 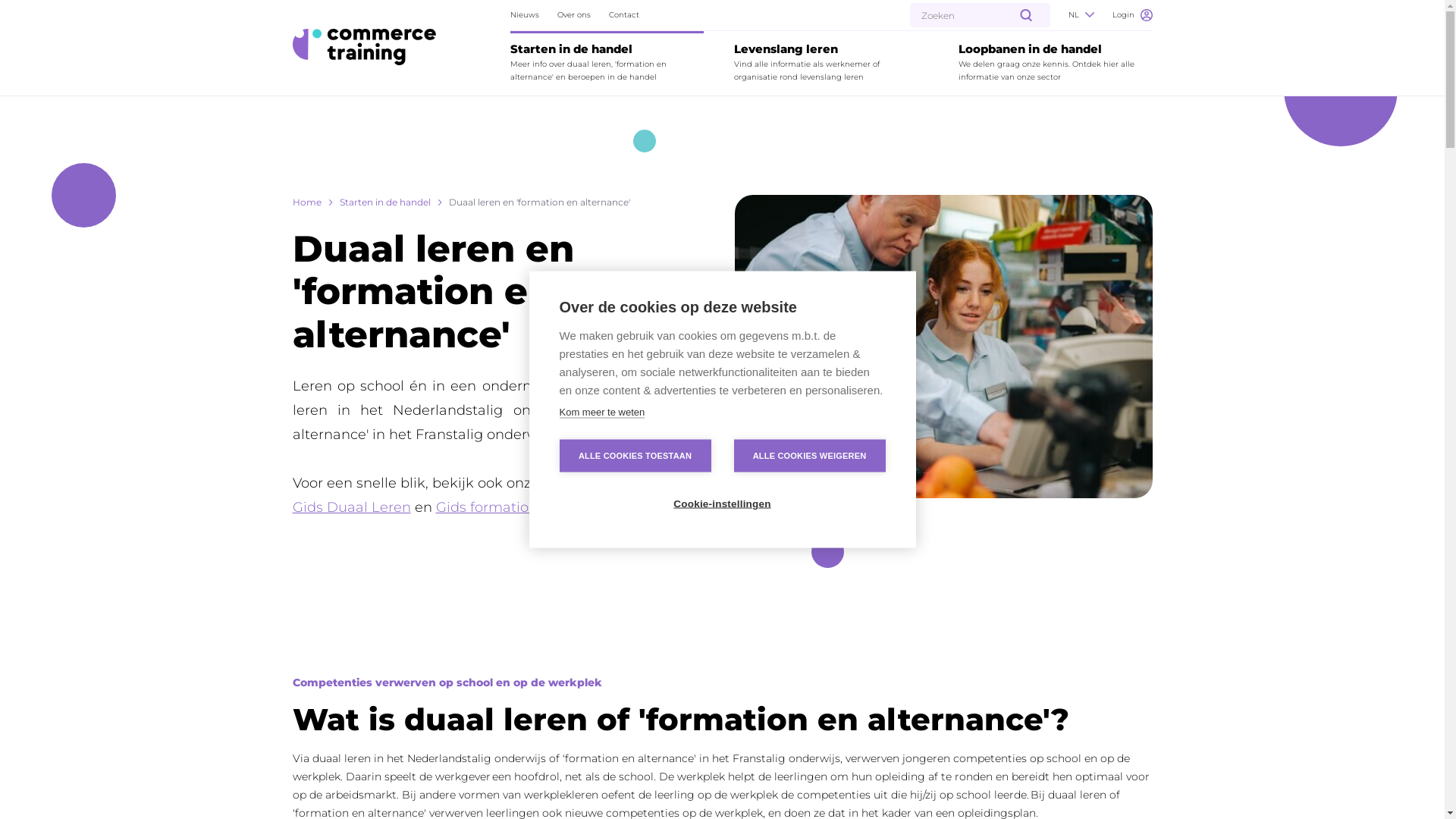 What do you see at coordinates (1111, 14) in the screenshot?
I see `'Login'` at bounding box center [1111, 14].